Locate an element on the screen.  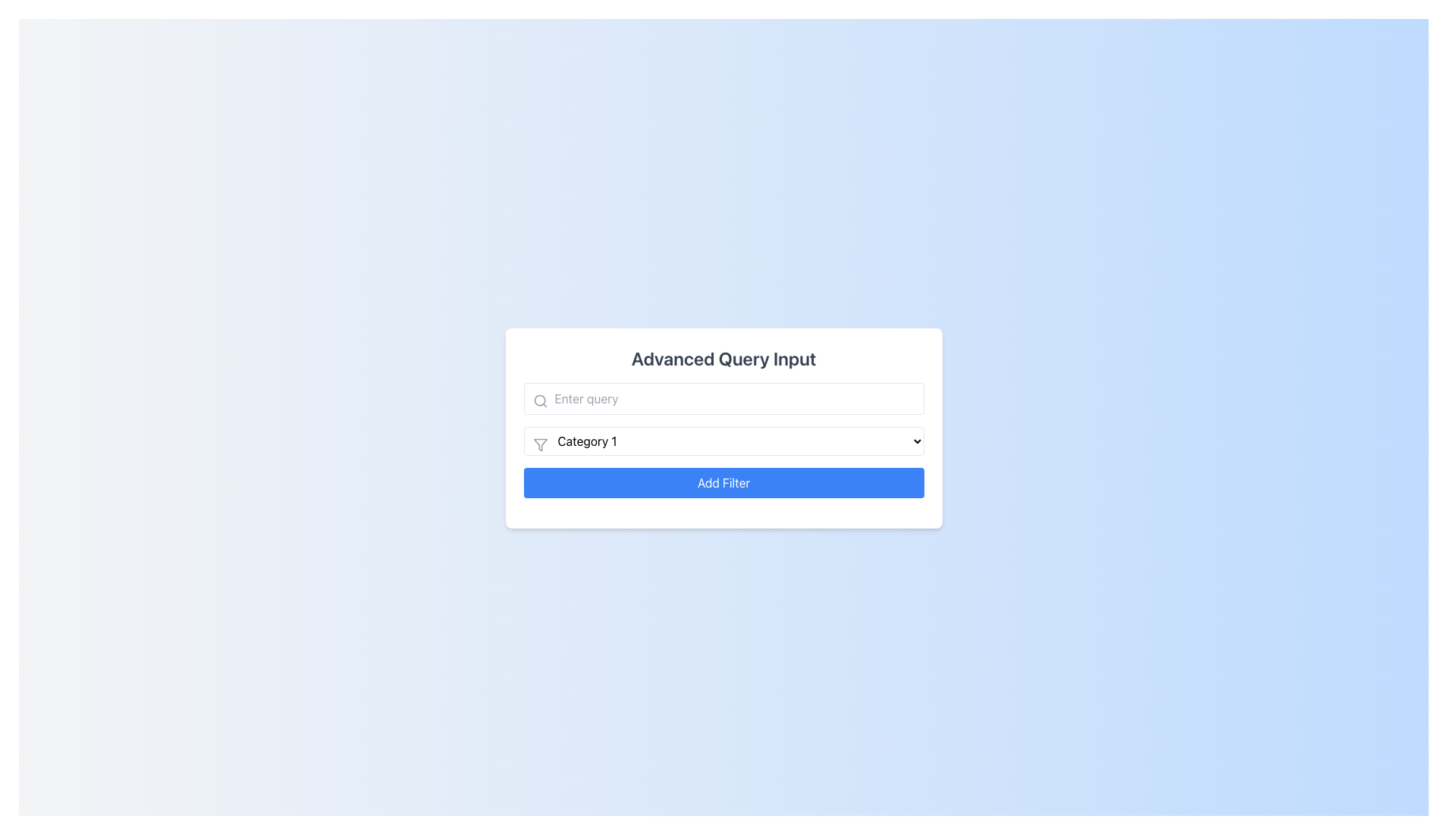
the filter icon, which is a funnel-shaped outline located at the top-left corner of the 'Category 1' dropdown area is located at coordinates (540, 444).